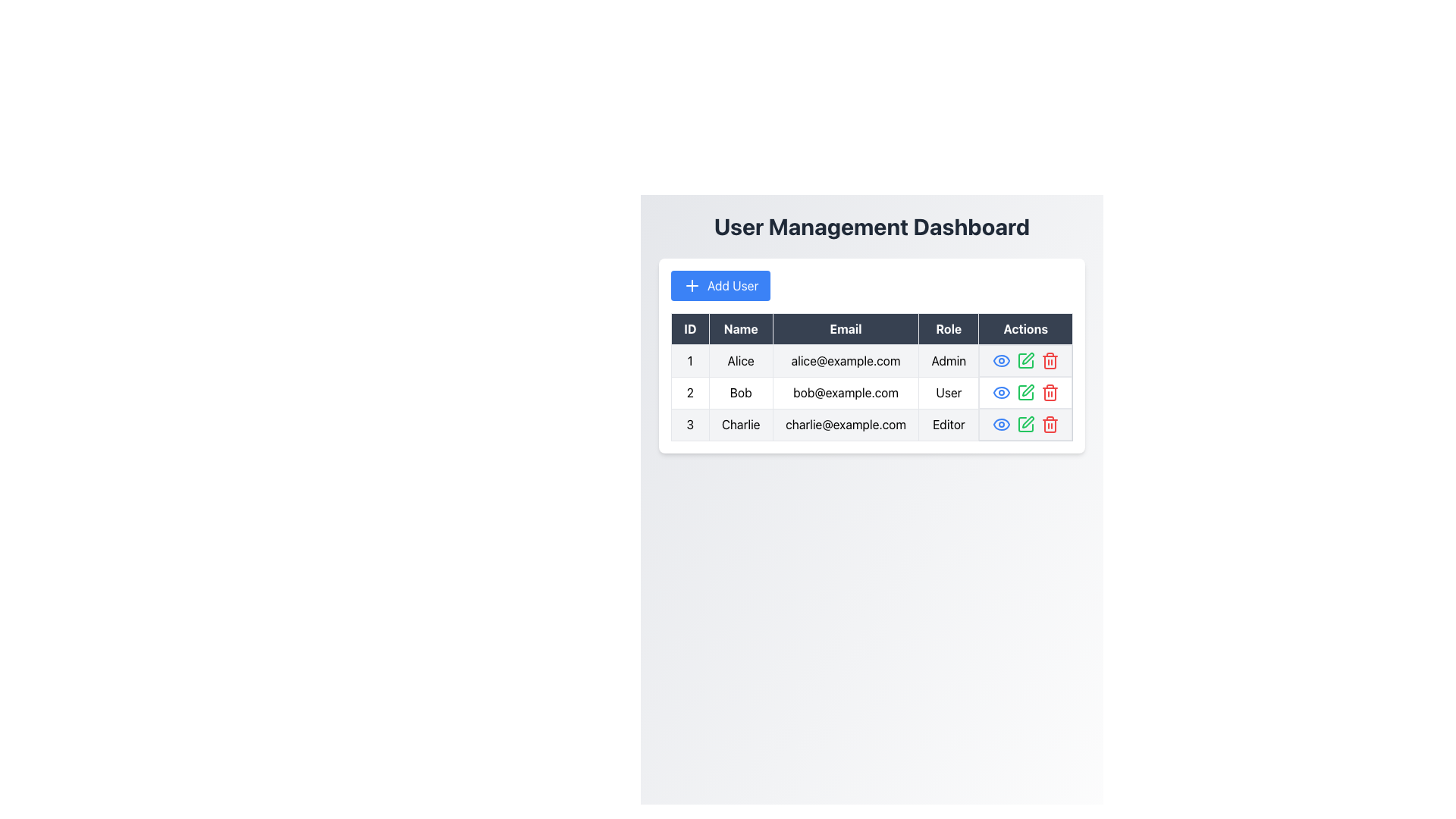 This screenshot has height=819, width=1456. What do you see at coordinates (872, 356) in the screenshot?
I see `the table located beneath the 'User Management Dashboard' header` at bounding box center [872, 356].